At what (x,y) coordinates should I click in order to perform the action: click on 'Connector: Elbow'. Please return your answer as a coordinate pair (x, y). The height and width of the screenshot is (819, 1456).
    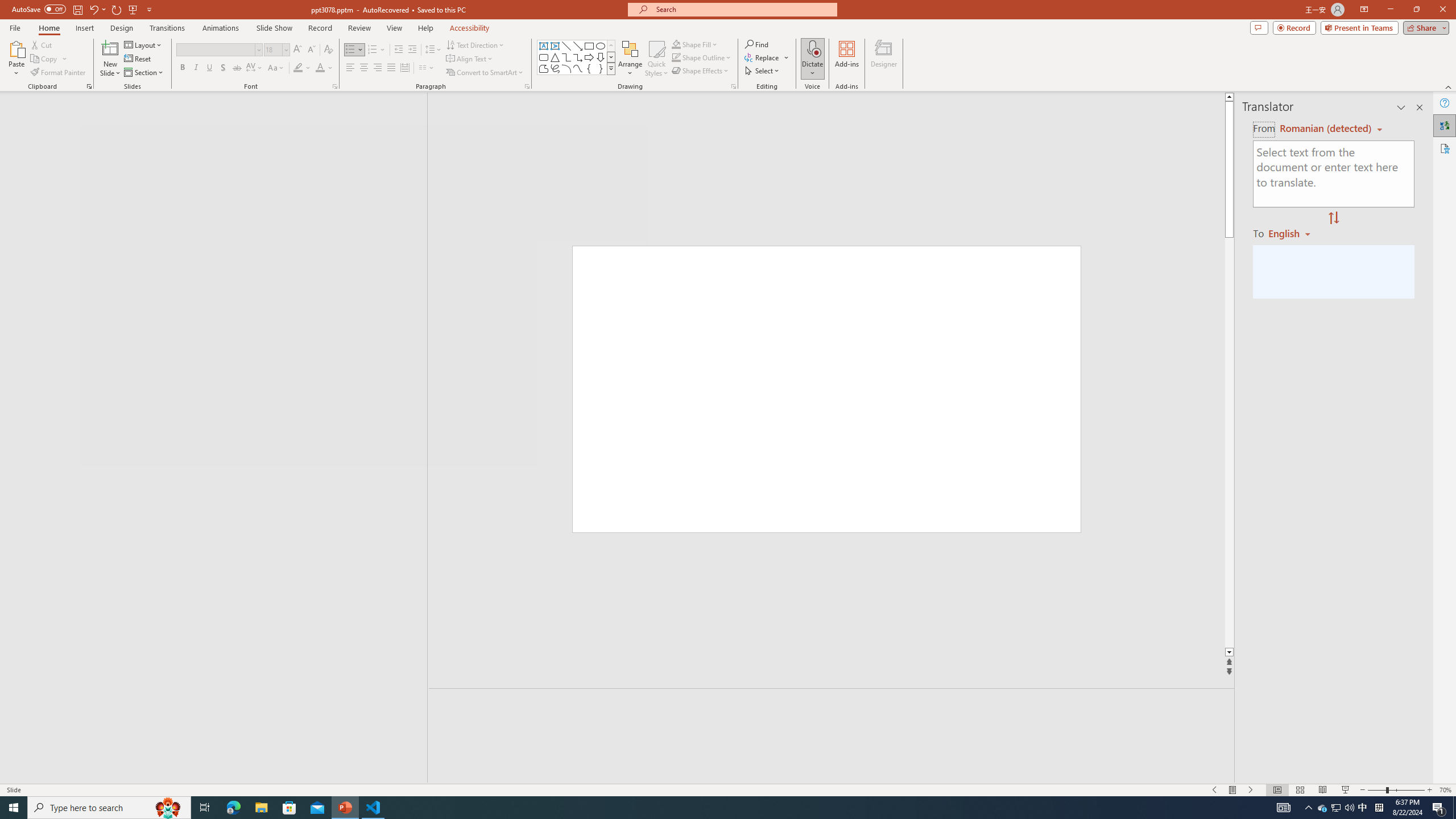
    Looking at the image, I should click on (565, 56).